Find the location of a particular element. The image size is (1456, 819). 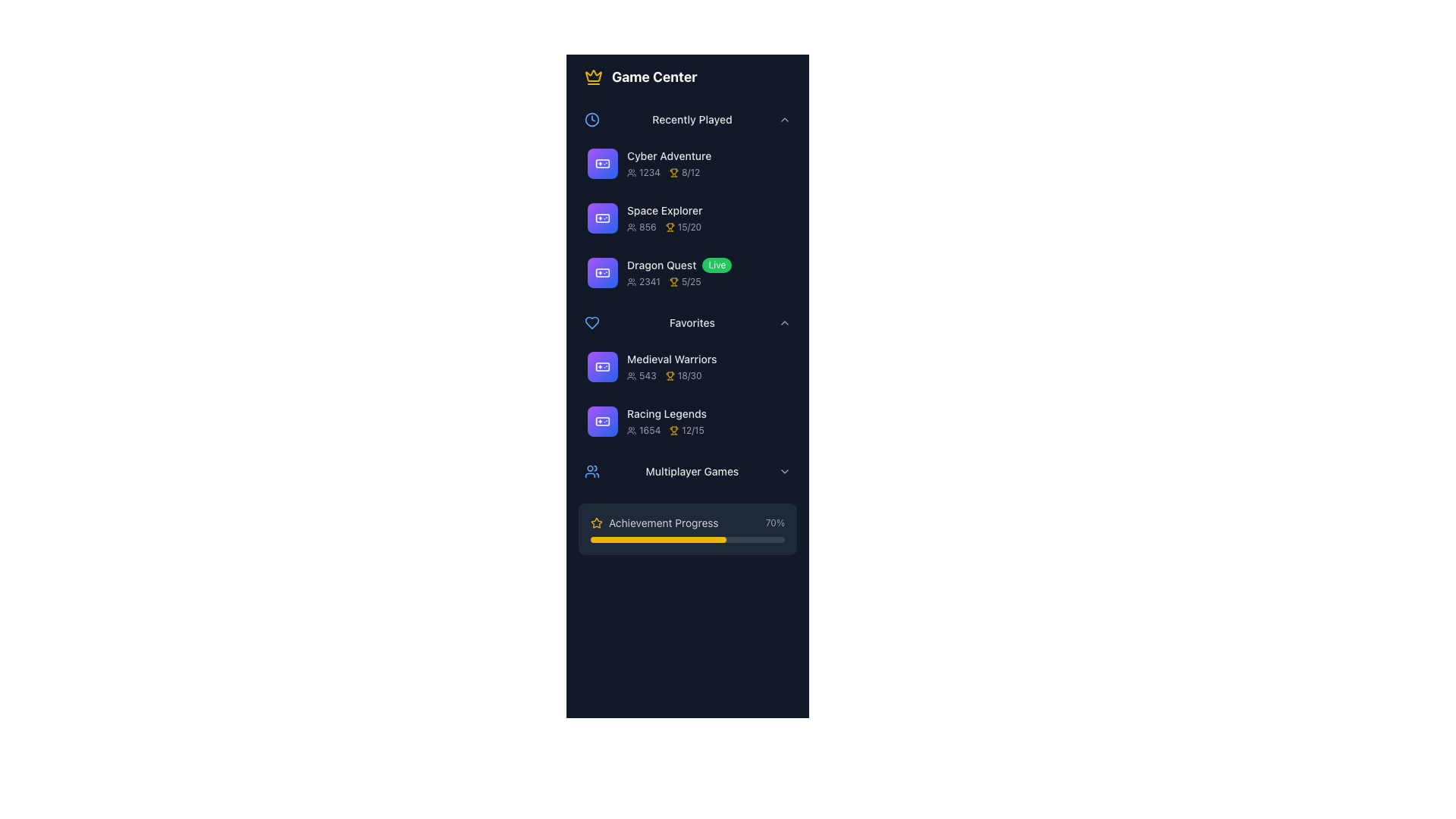

value '70%' displayed in gray color to the right of the progress bar labeled 'Achievement Progress' is located at coordinates (775, 522).